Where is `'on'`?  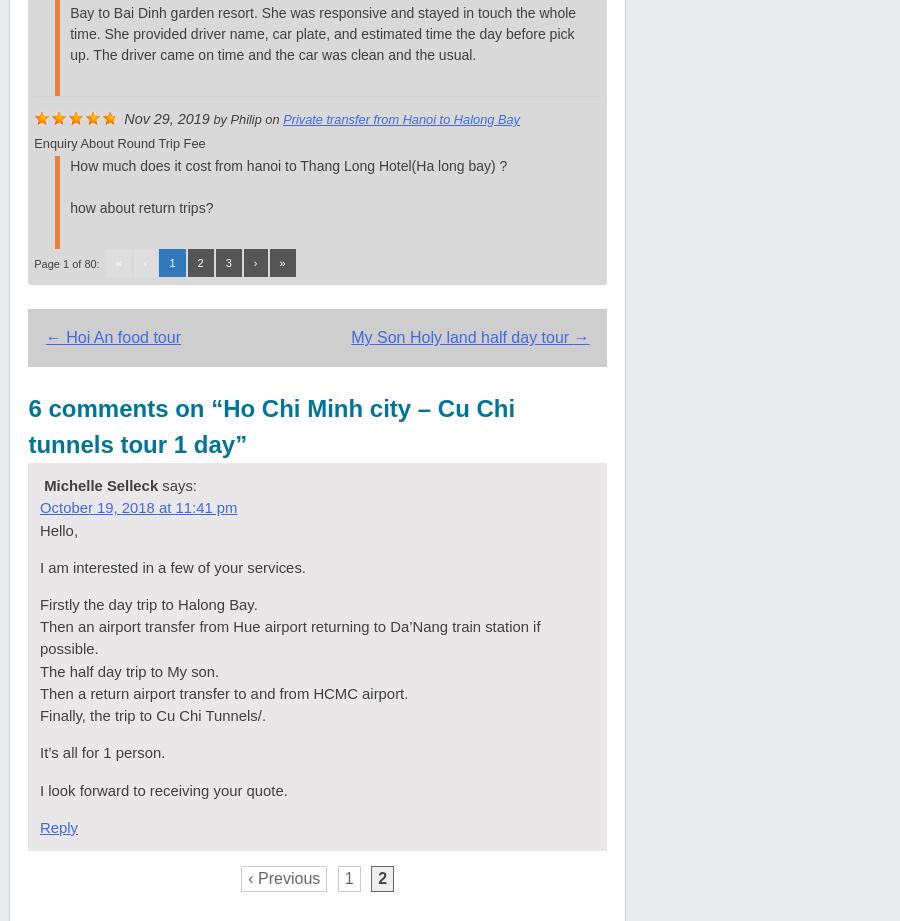 'on' is located at coordinates (270, 118).